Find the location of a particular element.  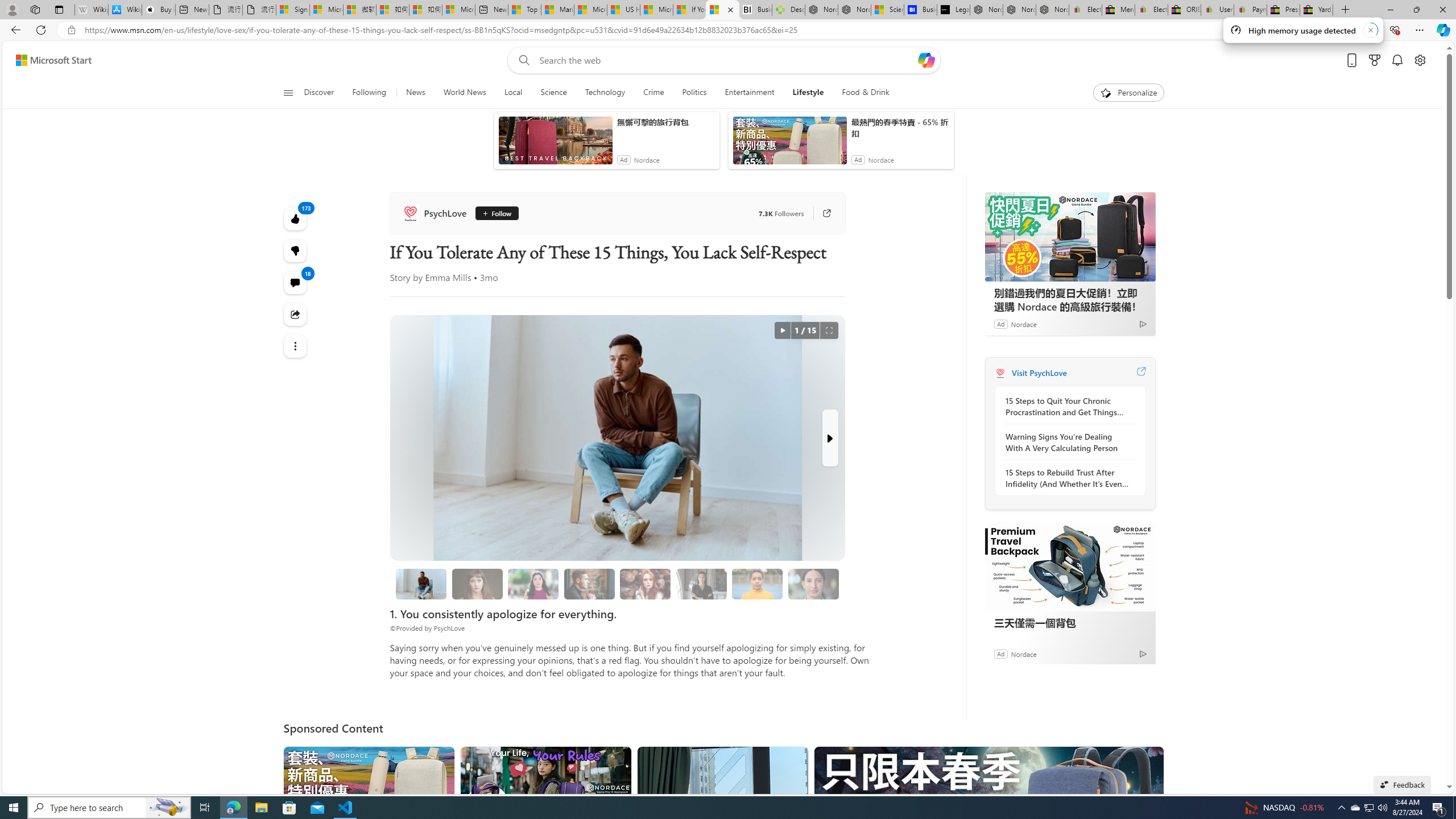

'Full screen' is located at coordinates (828, 330).